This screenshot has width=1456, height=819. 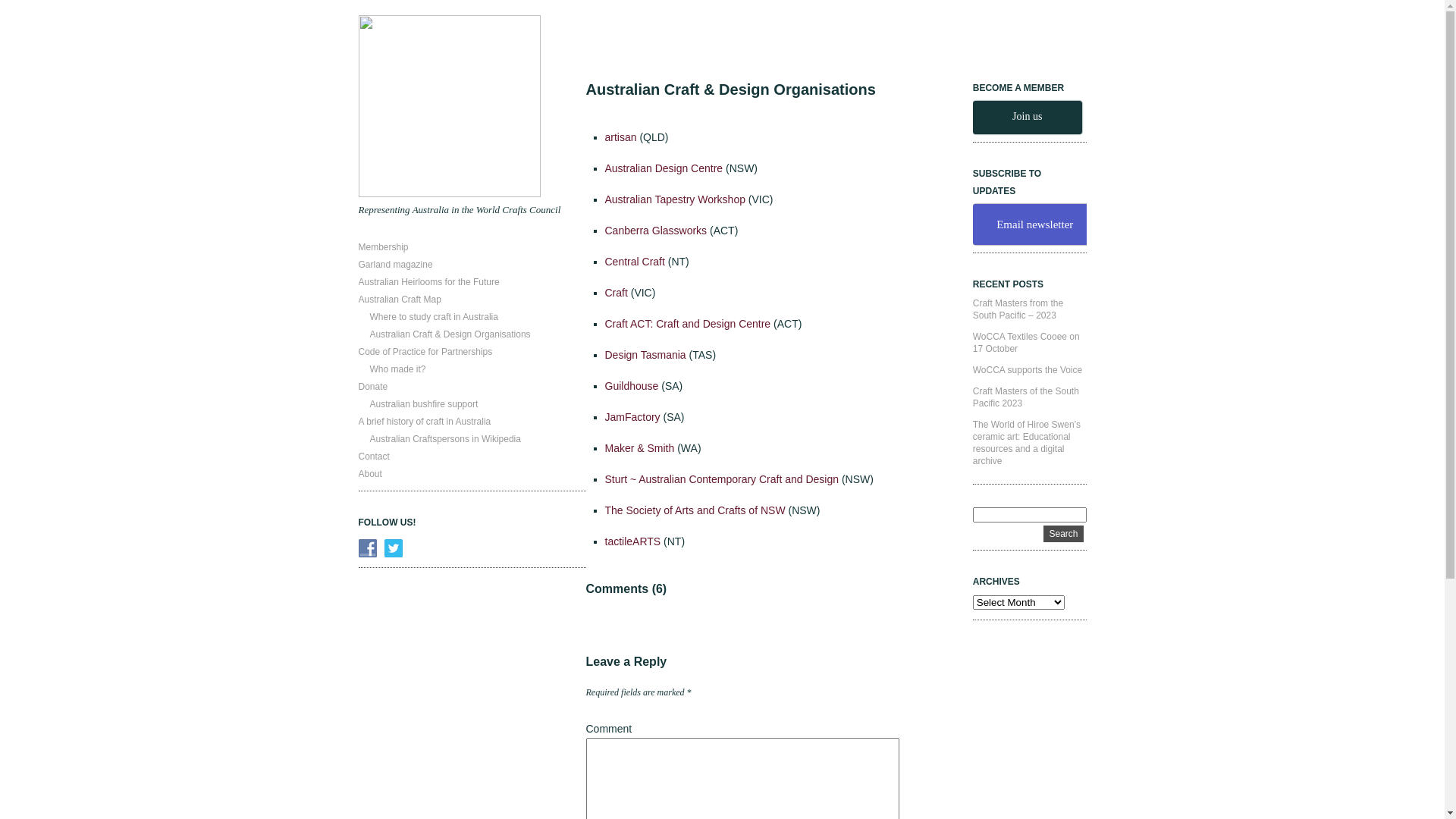 I want to click on 'Email newsletter', so click(x=972, y=224).